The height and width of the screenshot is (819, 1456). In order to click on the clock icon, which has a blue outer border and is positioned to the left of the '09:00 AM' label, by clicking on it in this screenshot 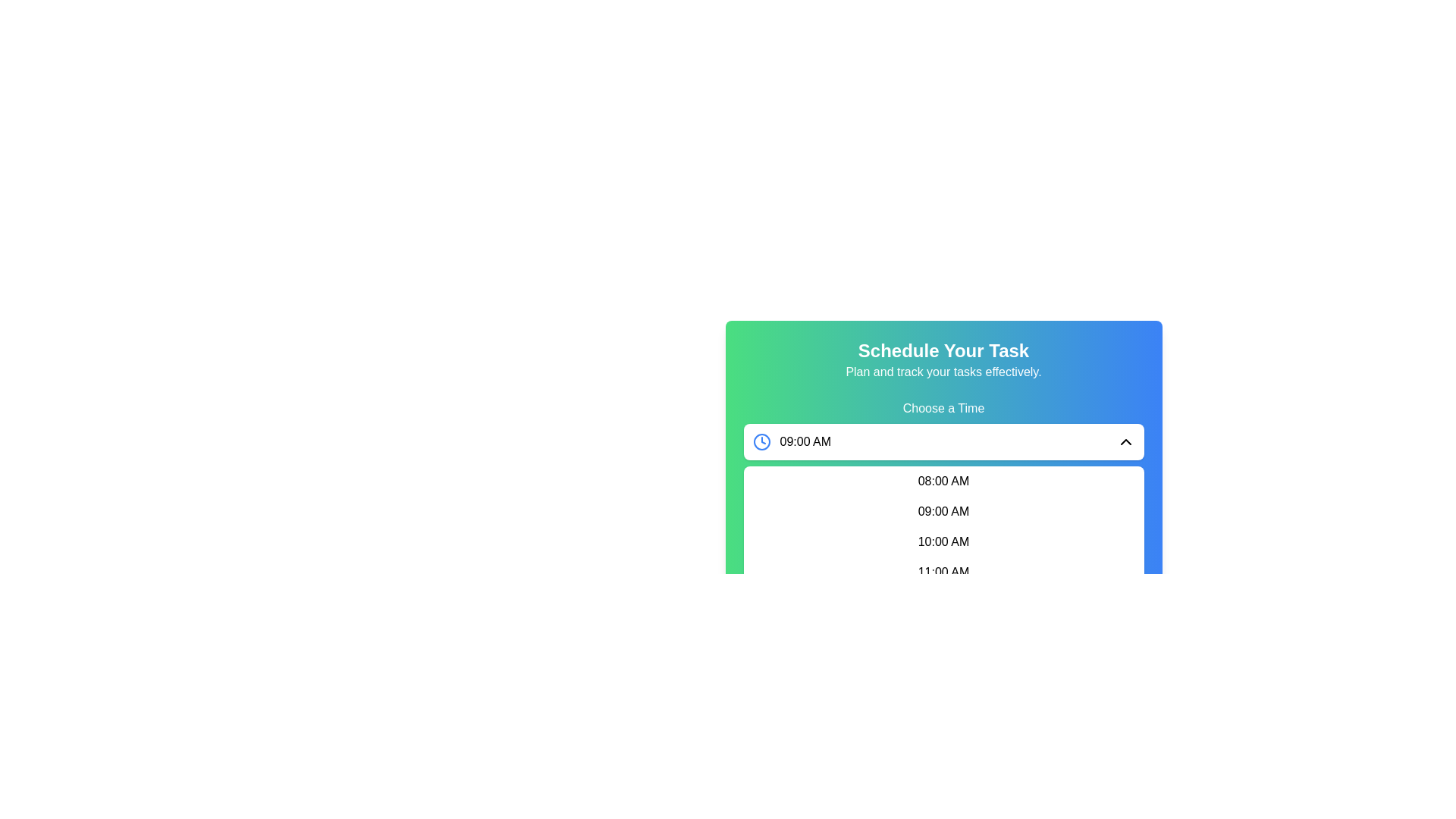, I will do `click(761, 441)`.